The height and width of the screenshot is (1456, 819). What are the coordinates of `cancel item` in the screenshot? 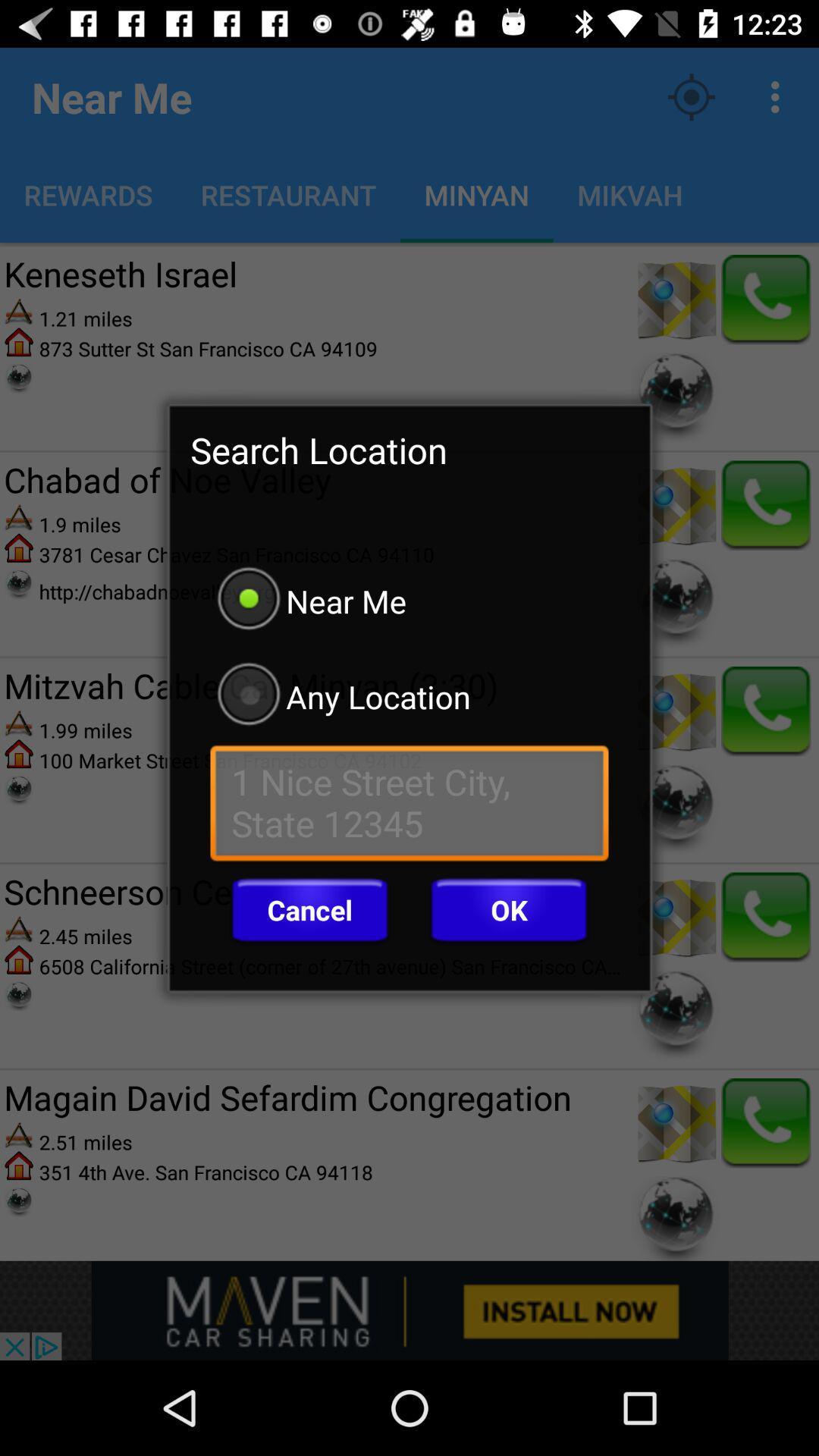 It's located at (309, 910).